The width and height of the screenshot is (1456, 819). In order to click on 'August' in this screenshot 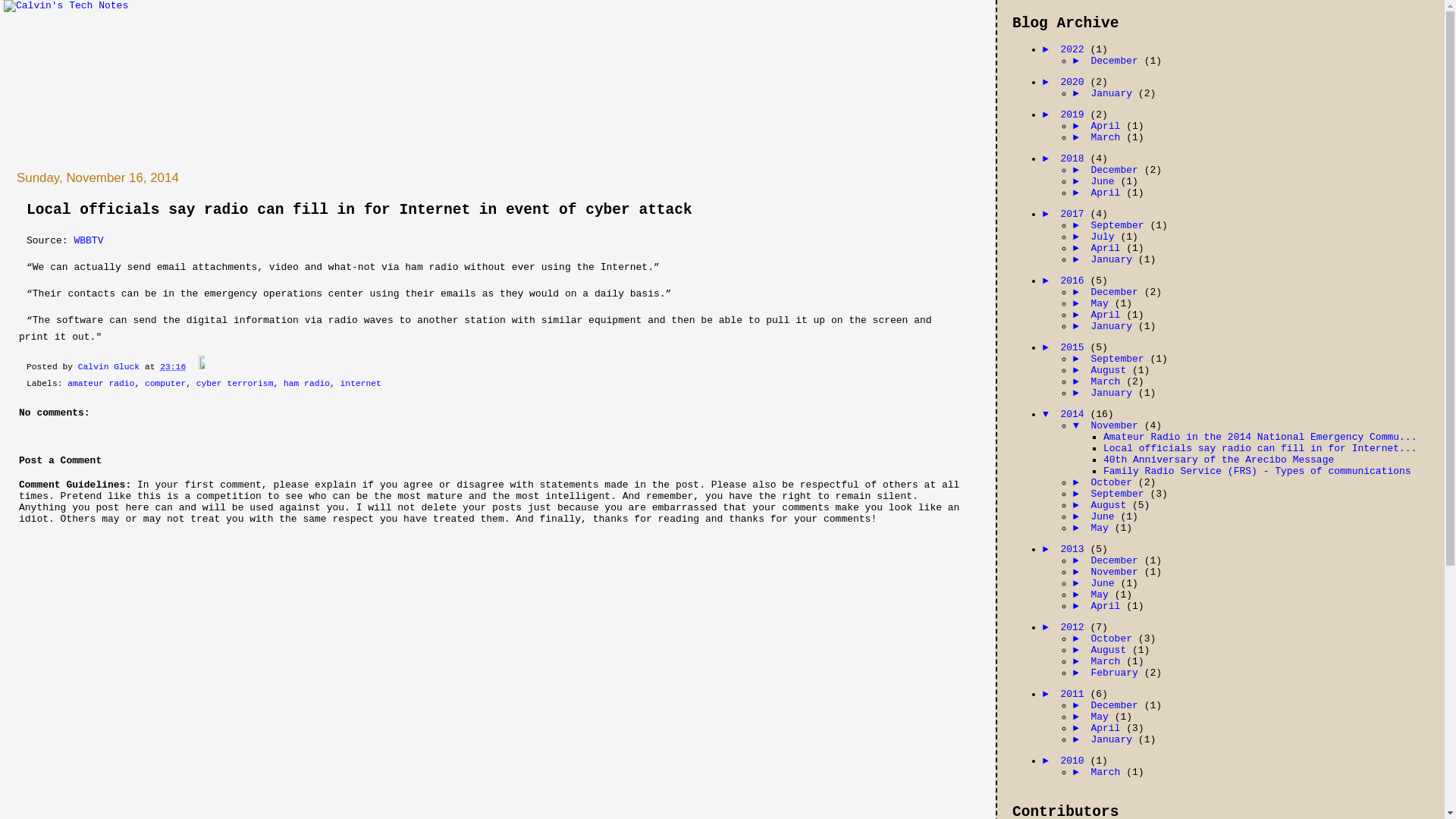, I will do `click(1111, 649)`.